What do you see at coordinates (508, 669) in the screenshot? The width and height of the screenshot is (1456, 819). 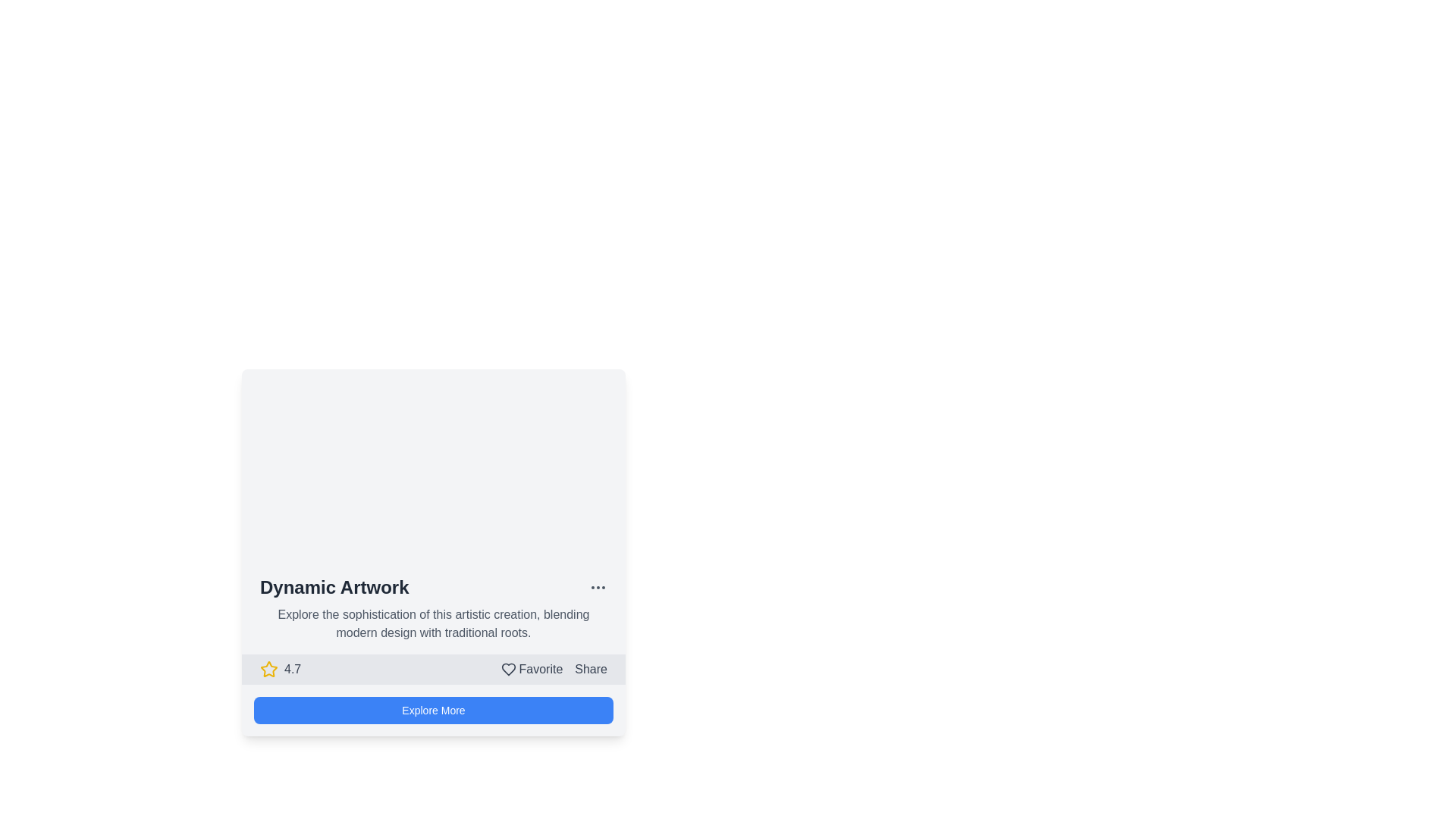 I see `the heart-shaped icon that represents the 'Favorite' option` at bounding box center [508, 669].